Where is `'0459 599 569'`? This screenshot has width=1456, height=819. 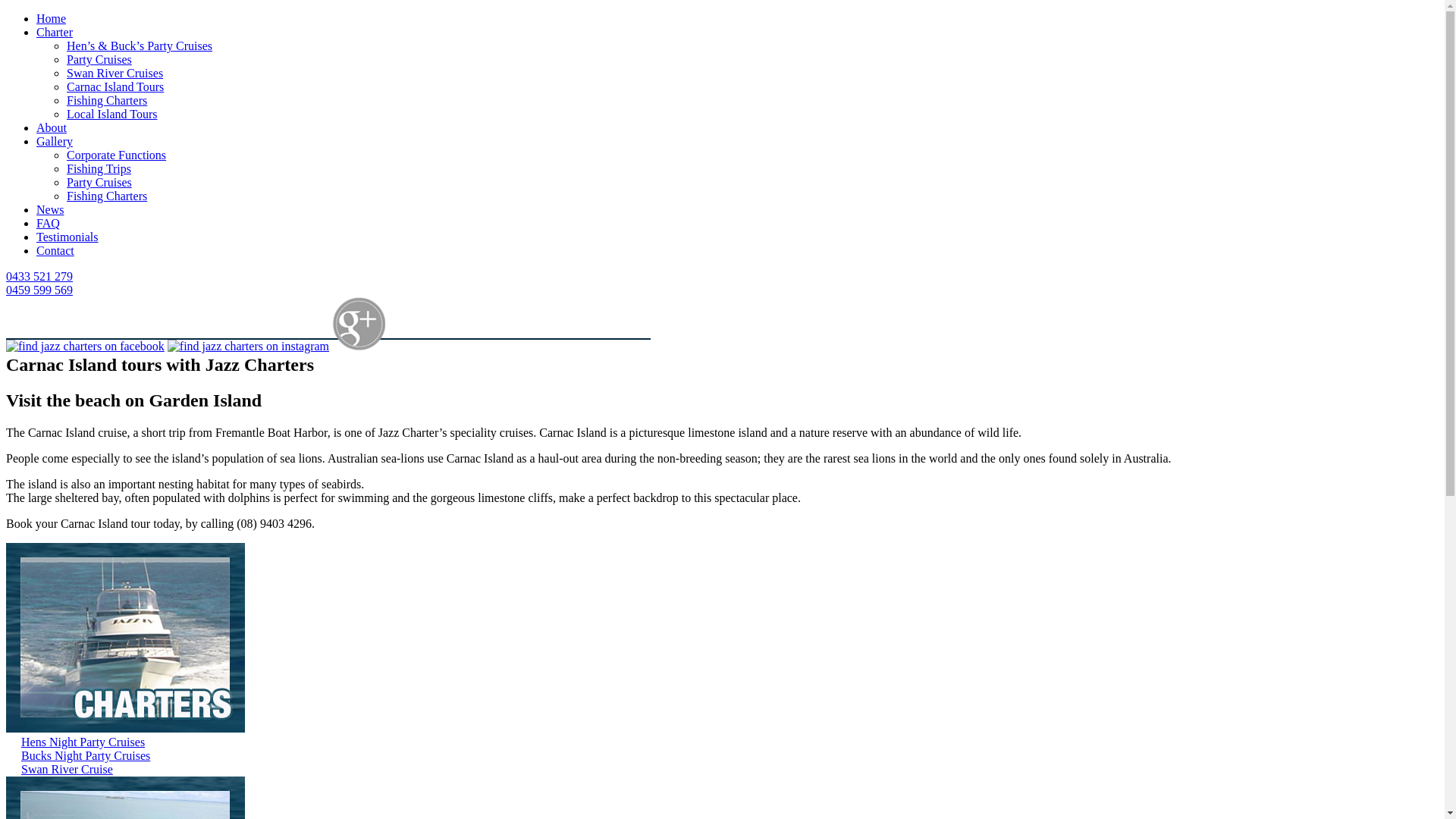
'0459 599 569' is located at coordinates (39, 290).